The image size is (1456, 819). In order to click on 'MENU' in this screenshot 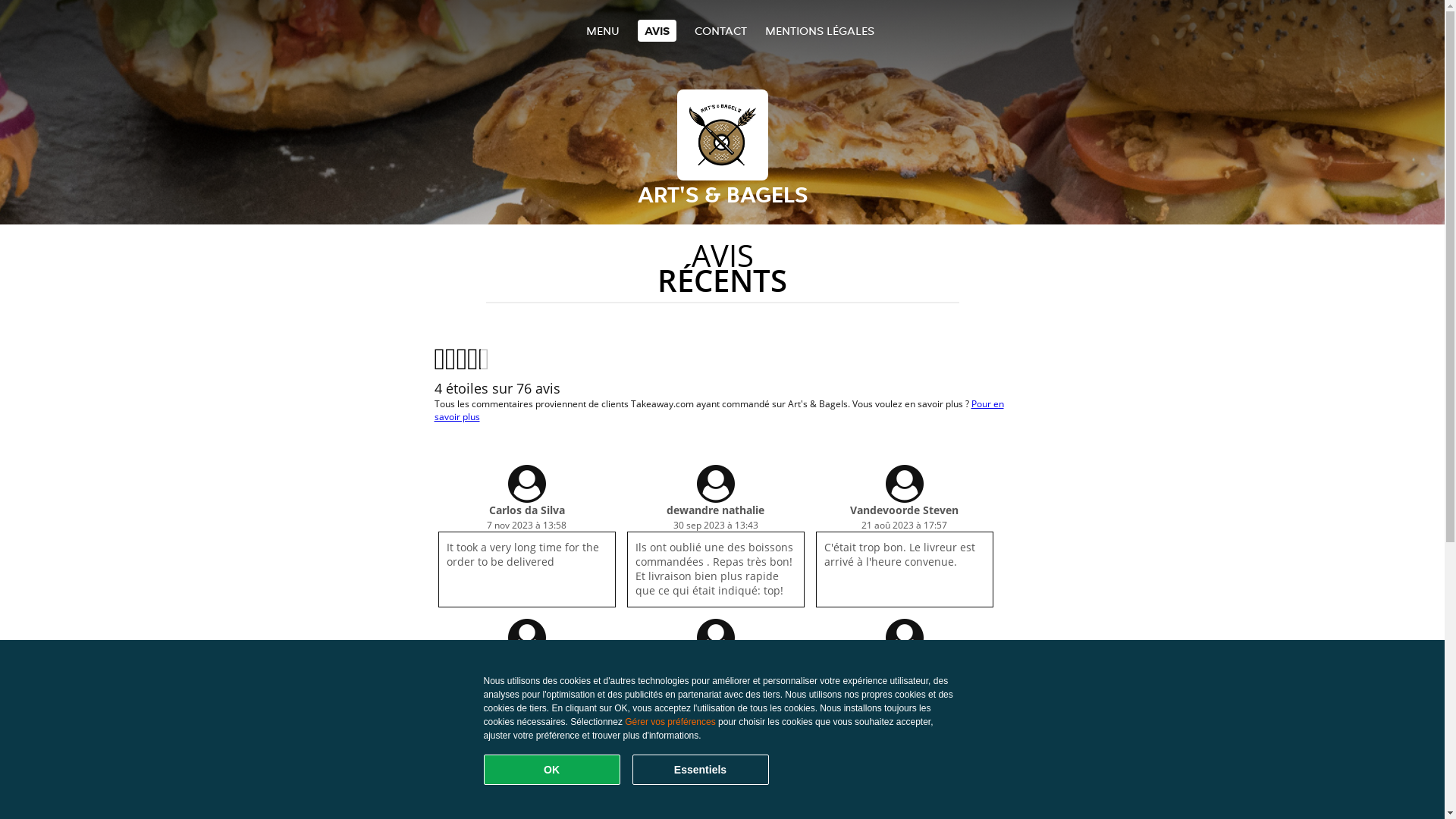, I will do `click(601, 30)`.